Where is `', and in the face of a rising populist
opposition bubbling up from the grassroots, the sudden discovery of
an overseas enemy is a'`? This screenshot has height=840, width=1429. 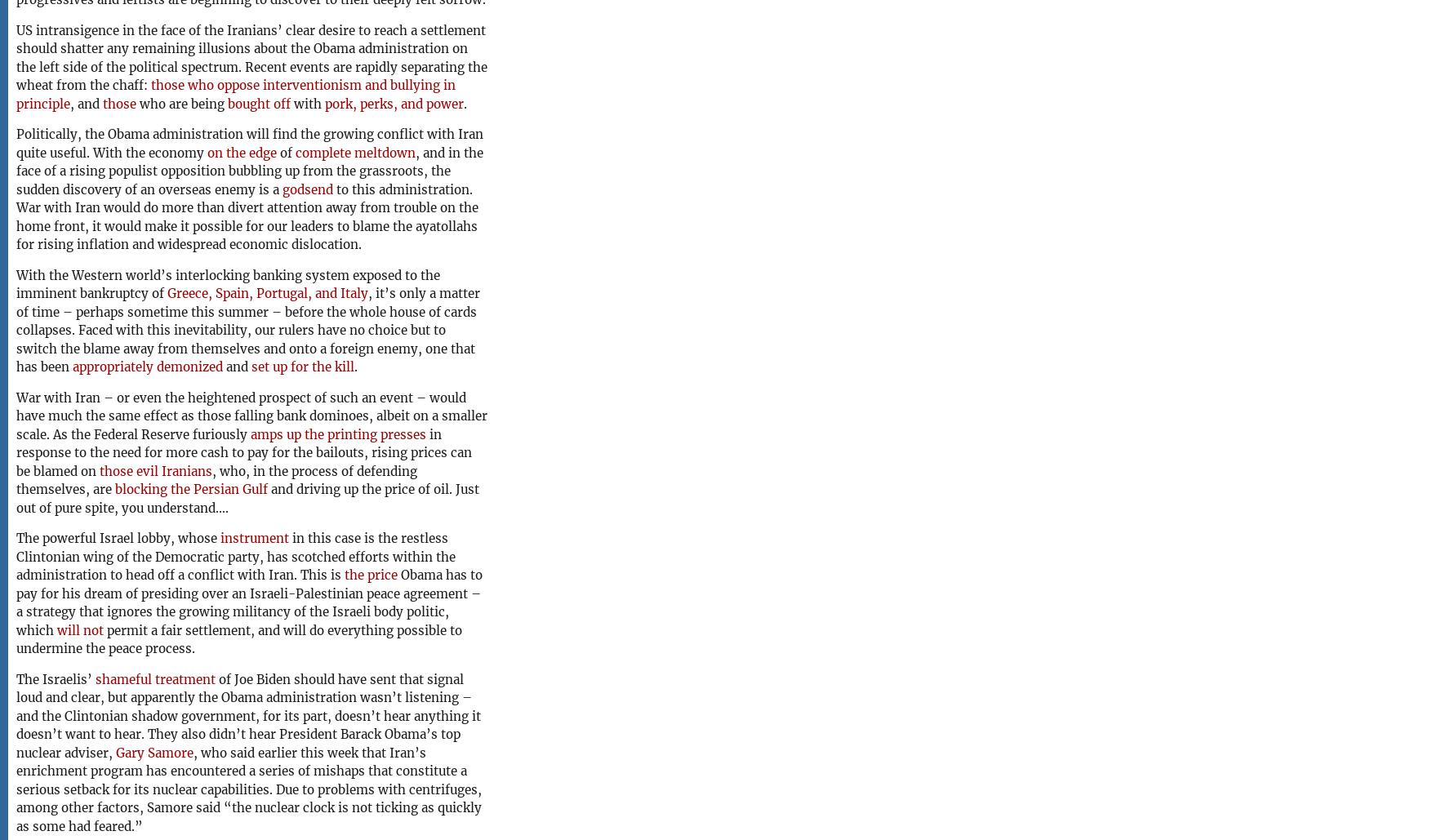
', and in the face of a rising populist
opposition bubbling up from the grassroots, the sudden discovery of
an overseas enemy is a' is located at coordinates (249, 170).